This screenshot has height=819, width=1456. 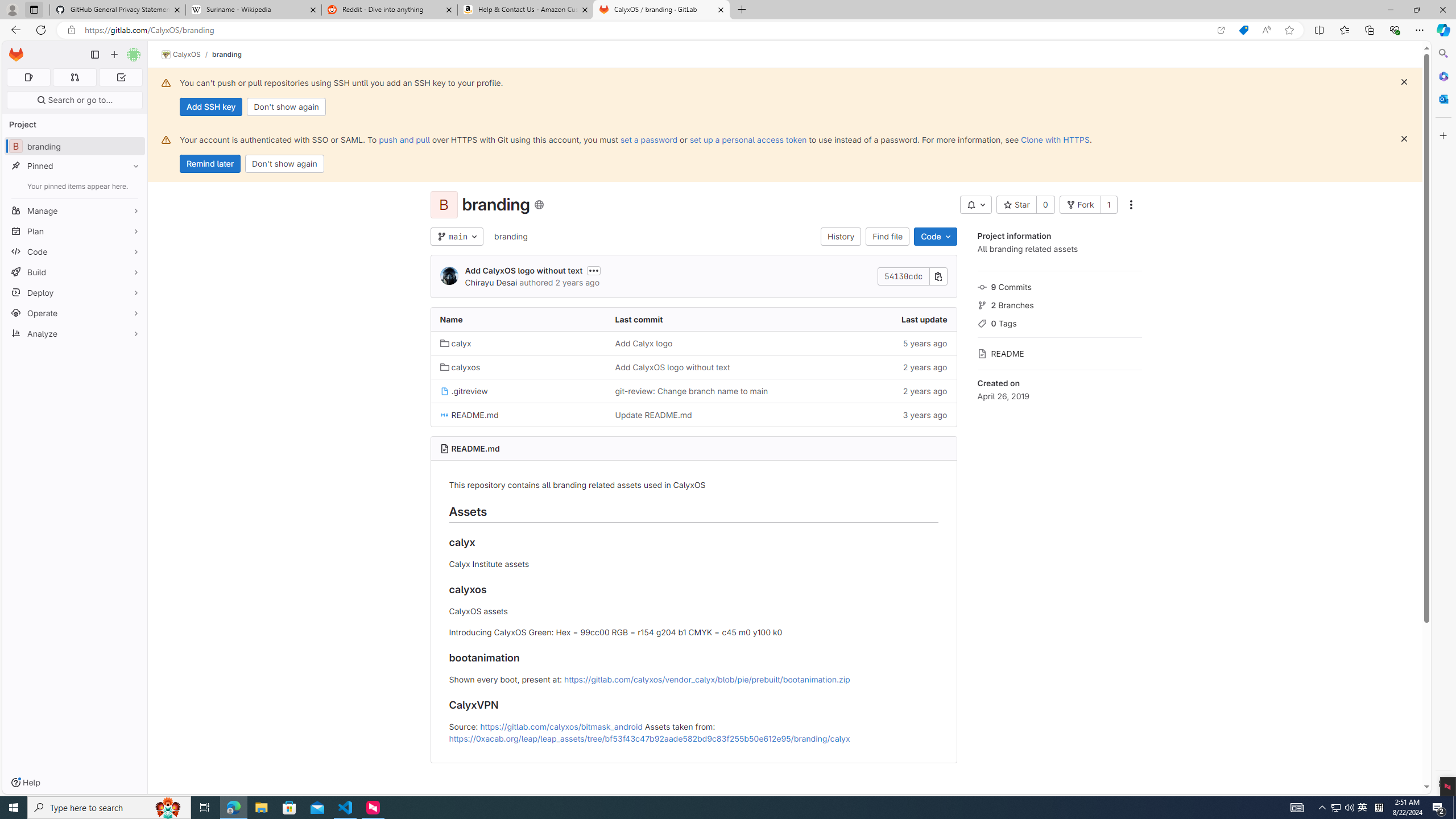 I want to click on 'Open in app', so click(x=1220, y=30).